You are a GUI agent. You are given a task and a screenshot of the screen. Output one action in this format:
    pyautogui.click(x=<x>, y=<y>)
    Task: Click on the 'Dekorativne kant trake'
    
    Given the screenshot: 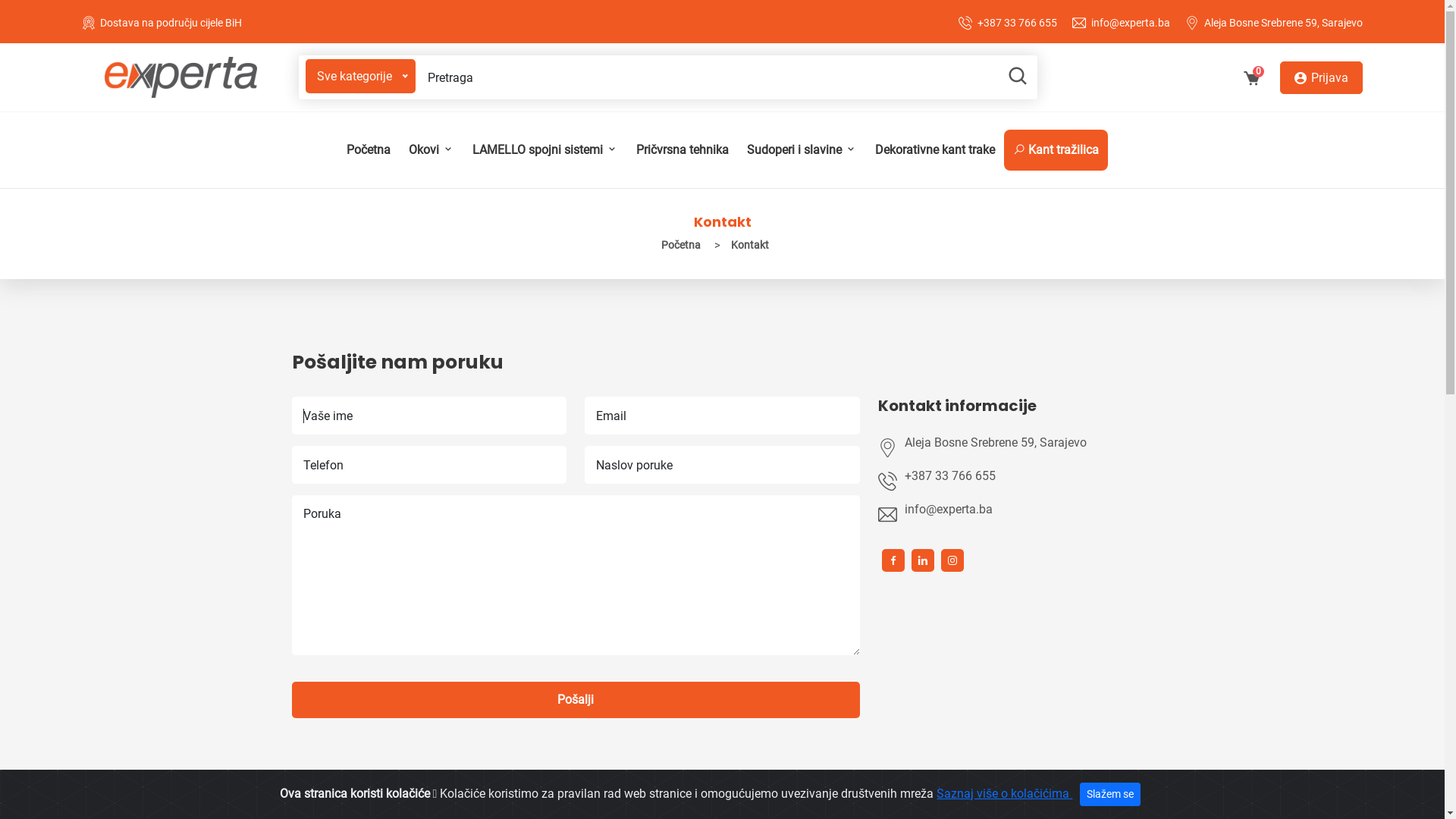 What is the action you would take?
    pyautogui.click(x=934, y=149)
    